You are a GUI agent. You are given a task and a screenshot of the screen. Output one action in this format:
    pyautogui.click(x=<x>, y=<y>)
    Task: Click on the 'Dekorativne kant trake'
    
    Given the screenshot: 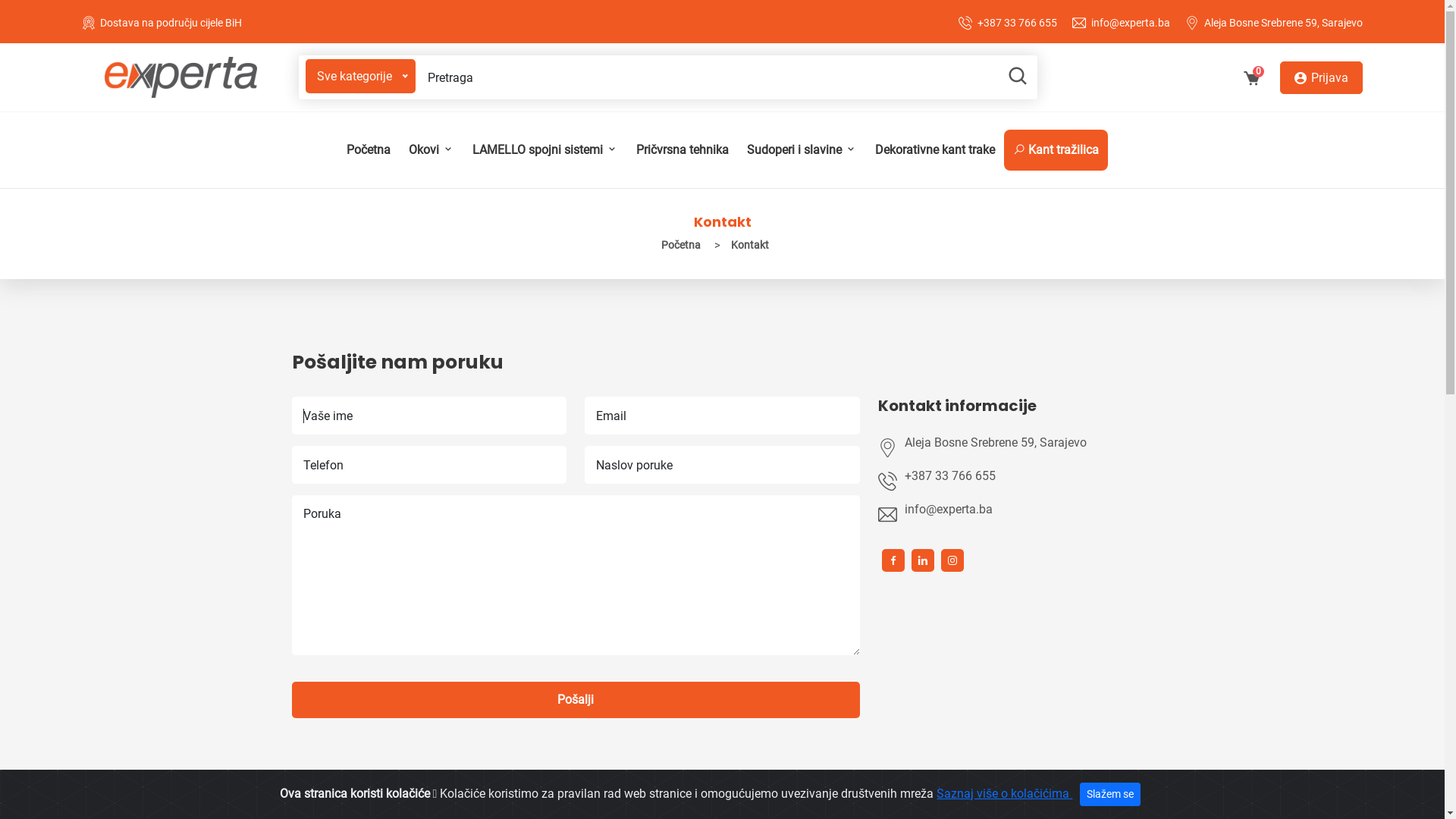 What is the action you would take?
    pyautogui.click(x=934, y=149)
    